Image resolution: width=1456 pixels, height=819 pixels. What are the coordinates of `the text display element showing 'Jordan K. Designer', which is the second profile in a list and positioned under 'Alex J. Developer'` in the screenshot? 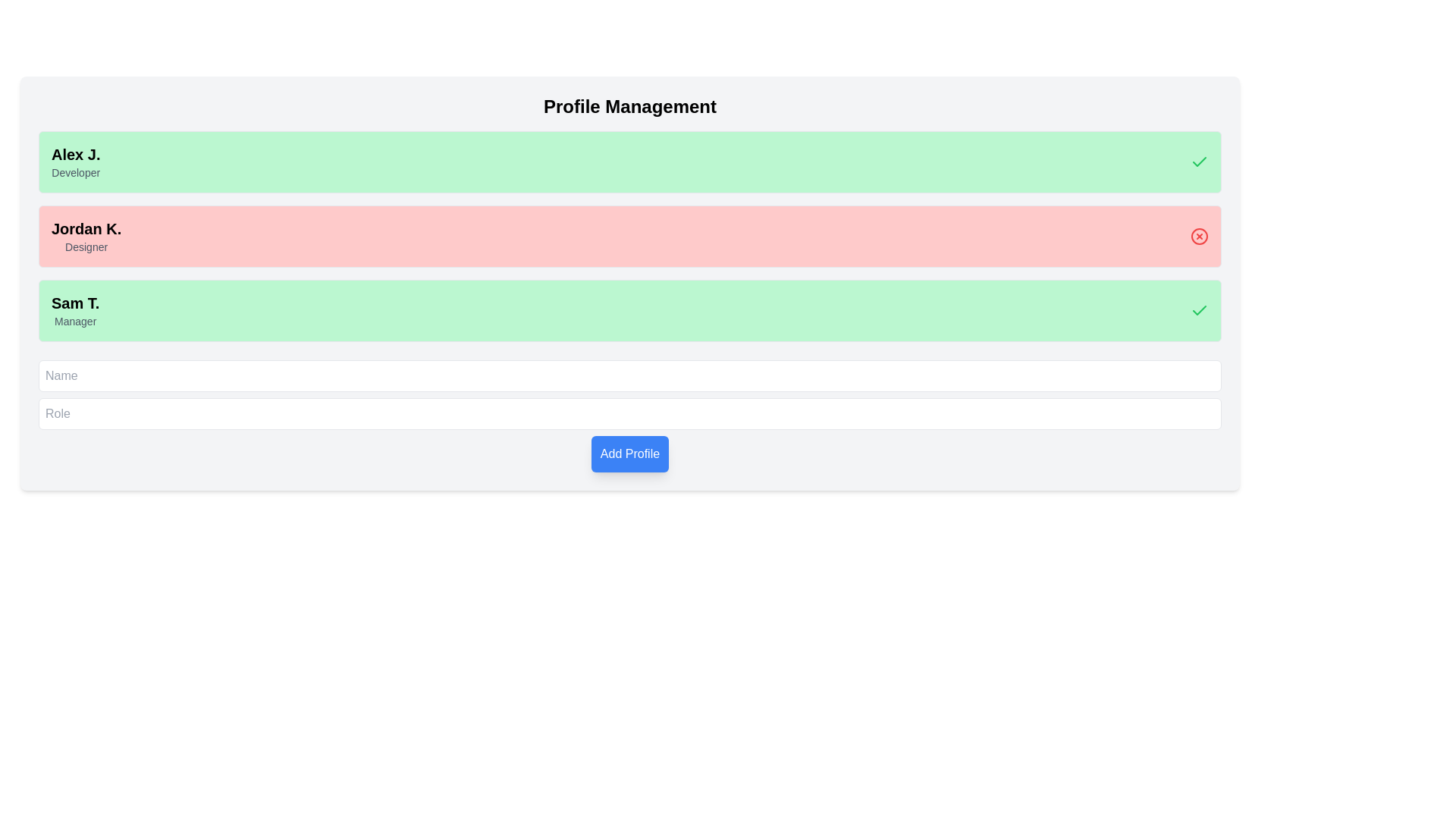 It's located at (86, 237).